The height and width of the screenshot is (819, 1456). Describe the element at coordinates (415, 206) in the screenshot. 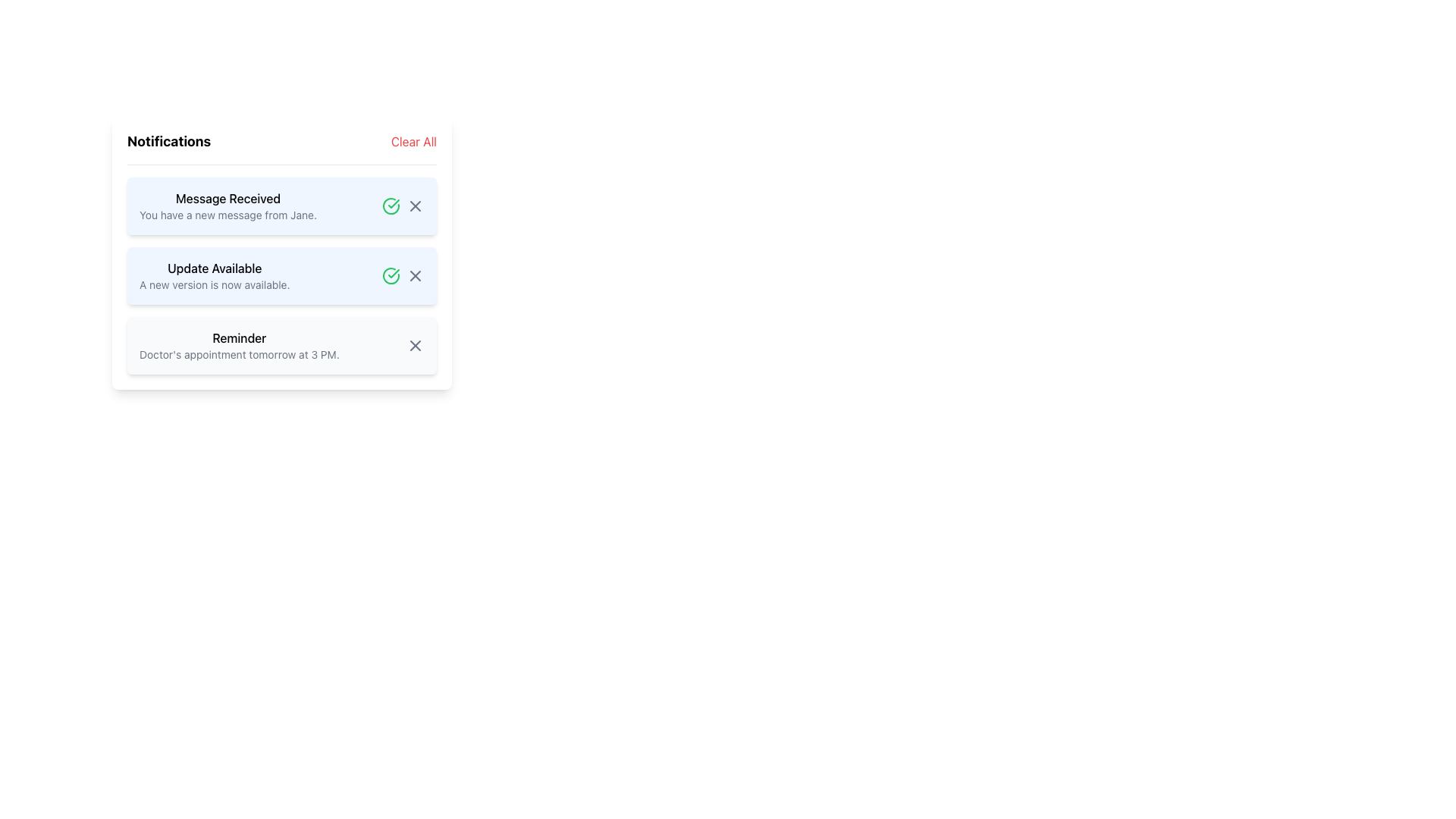

I see `the cross mark icon button` at that location.